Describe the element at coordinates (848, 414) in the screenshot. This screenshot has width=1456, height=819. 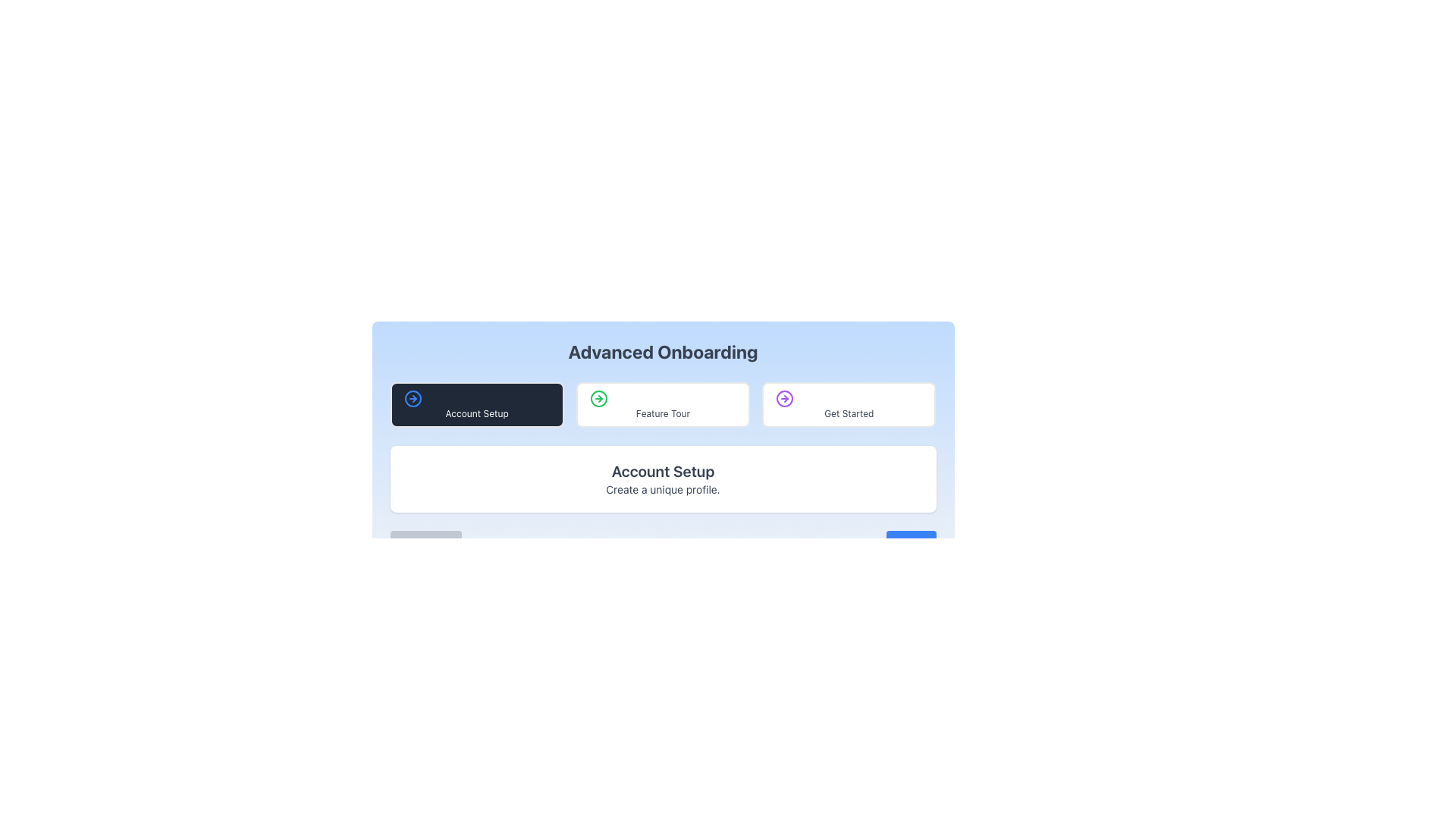
I see `text from the 'Get Started' label, which is a small dark gray text centered within its card under the 'Advanced Onboarding' header` at that location.